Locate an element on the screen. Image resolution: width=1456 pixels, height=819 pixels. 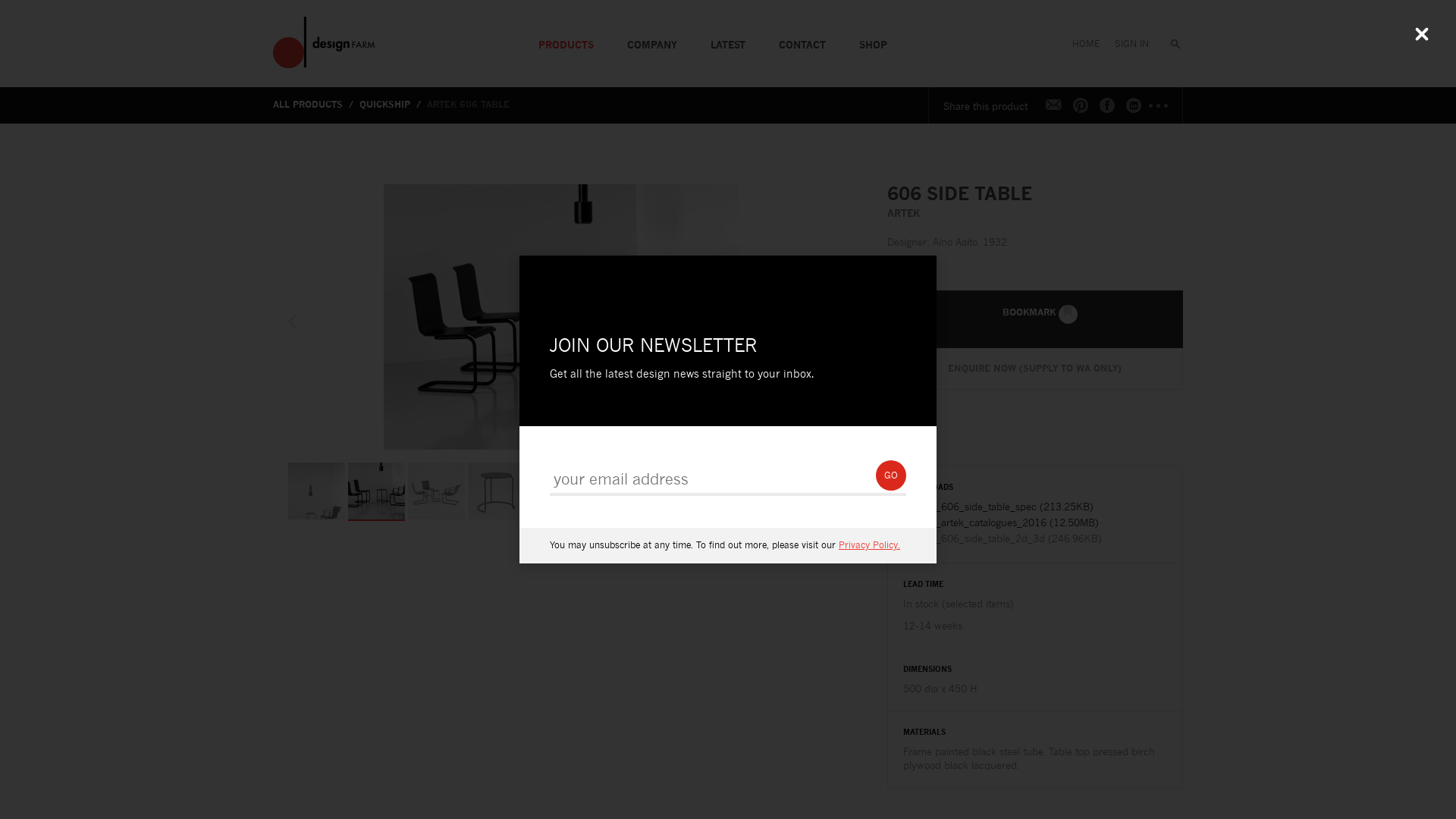
'SHOP' is located at coordinates (841, 37).